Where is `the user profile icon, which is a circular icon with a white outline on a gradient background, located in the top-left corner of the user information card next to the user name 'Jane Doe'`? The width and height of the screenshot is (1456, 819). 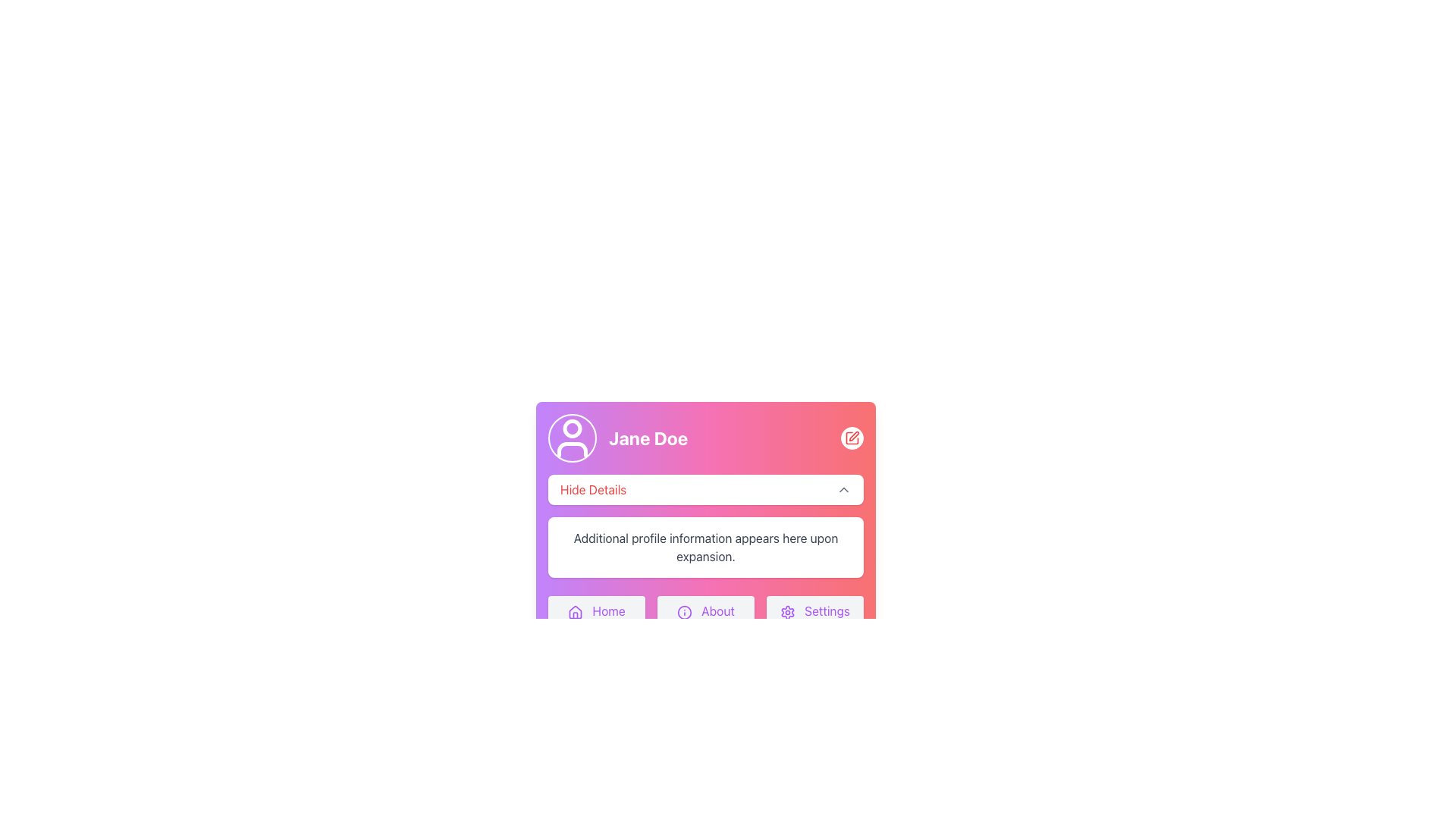 the user profile icon, which is a circular icon with a white outline on a gradient background, located in the top-left corner of the user information card next to the user name 'Jane Doe' is located at coordinates (571, 438).